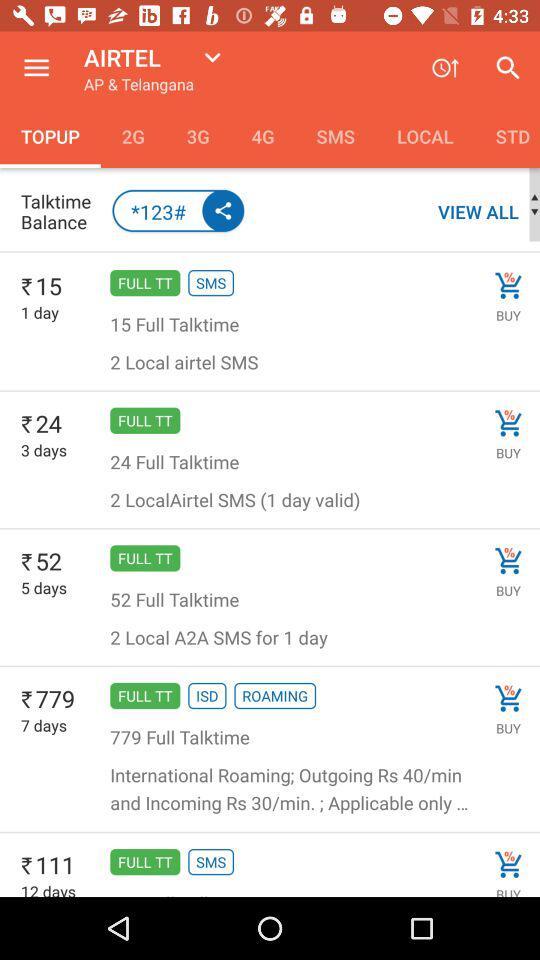  What do you see at coordinates (198, 135) in the screenshot?
I see `3g item` at bounding box center [198, 135].